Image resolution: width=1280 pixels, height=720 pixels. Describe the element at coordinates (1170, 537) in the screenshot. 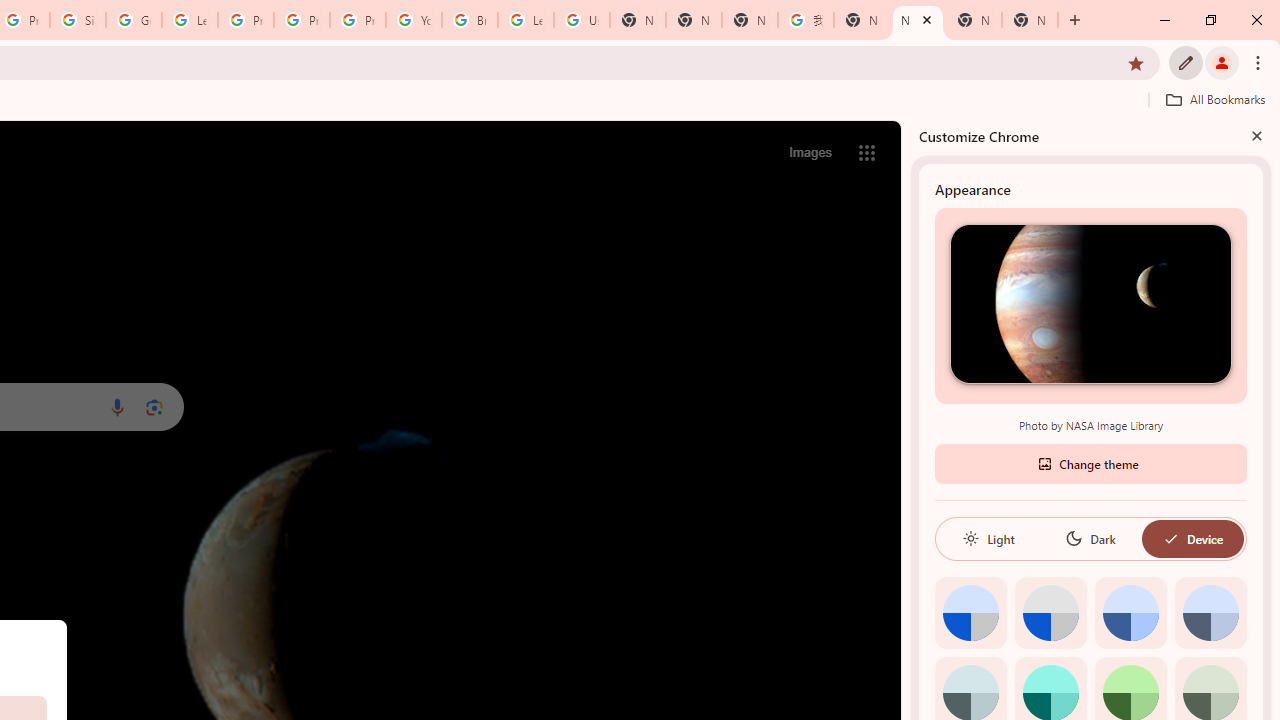

I see `'AutomationID: baseSvg'` at that location.